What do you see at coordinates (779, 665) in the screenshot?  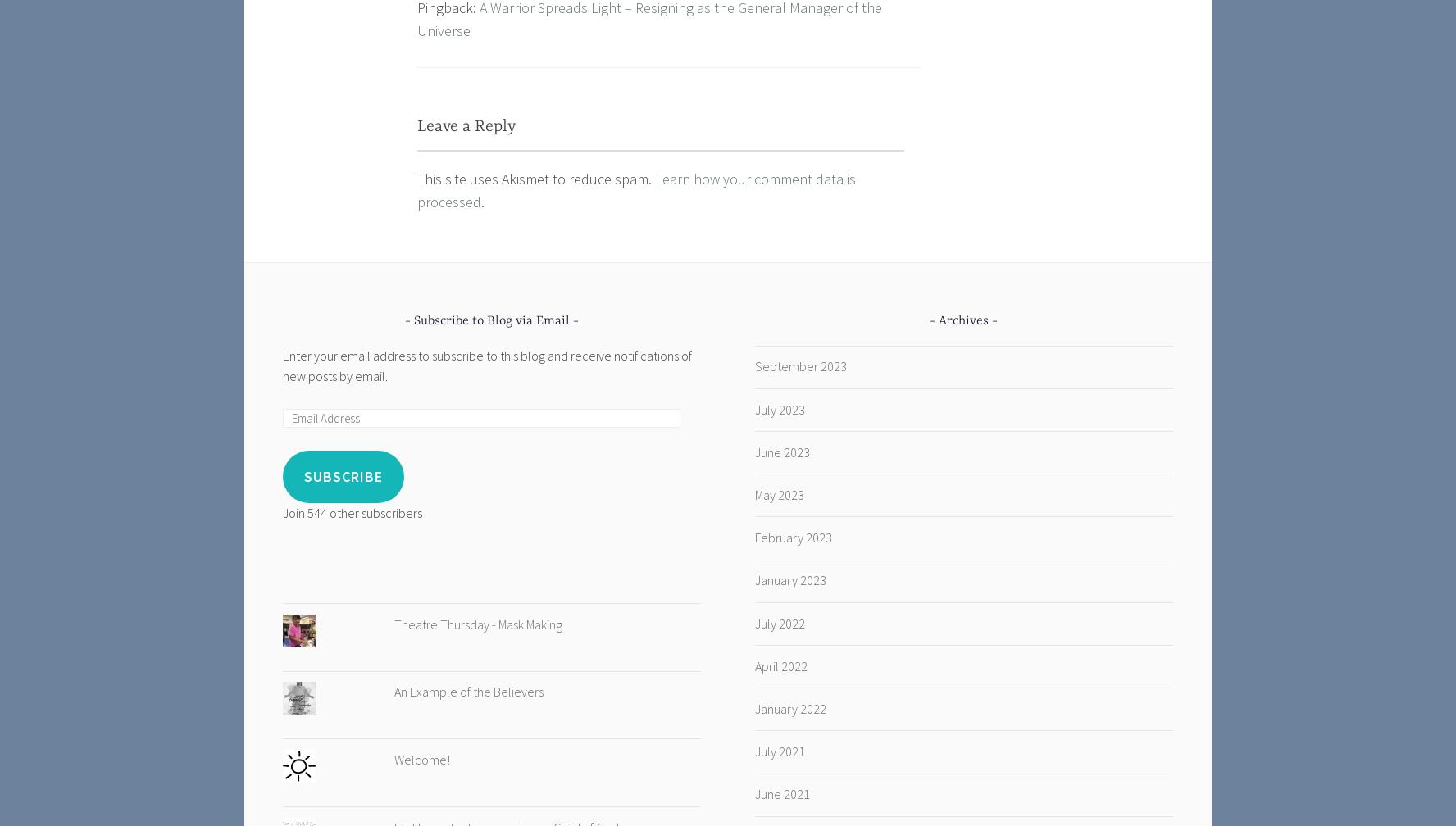 I see `'April 2022'` at bounding box center [779, 665].